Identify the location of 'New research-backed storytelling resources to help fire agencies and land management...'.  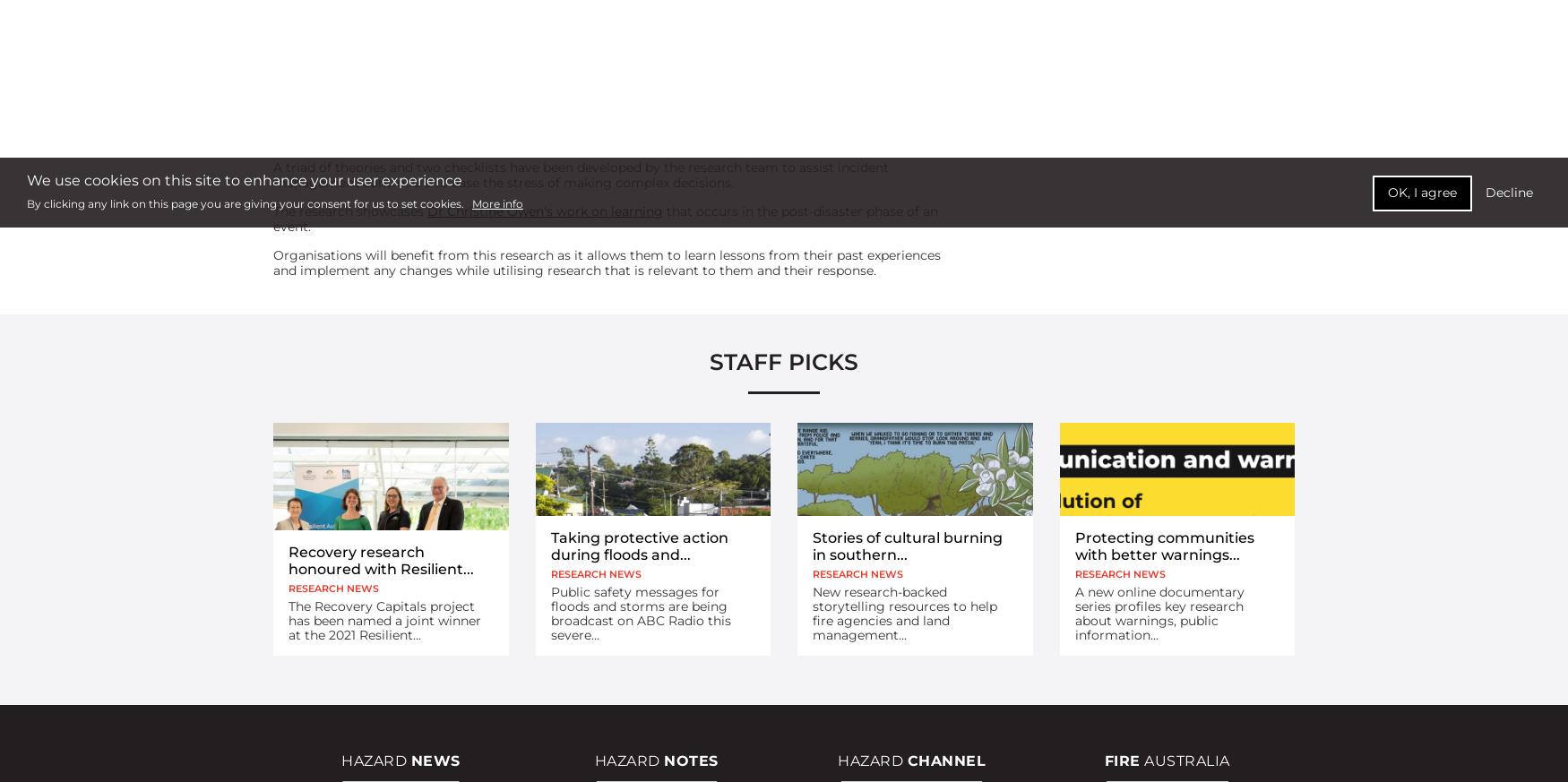
(903, 614).